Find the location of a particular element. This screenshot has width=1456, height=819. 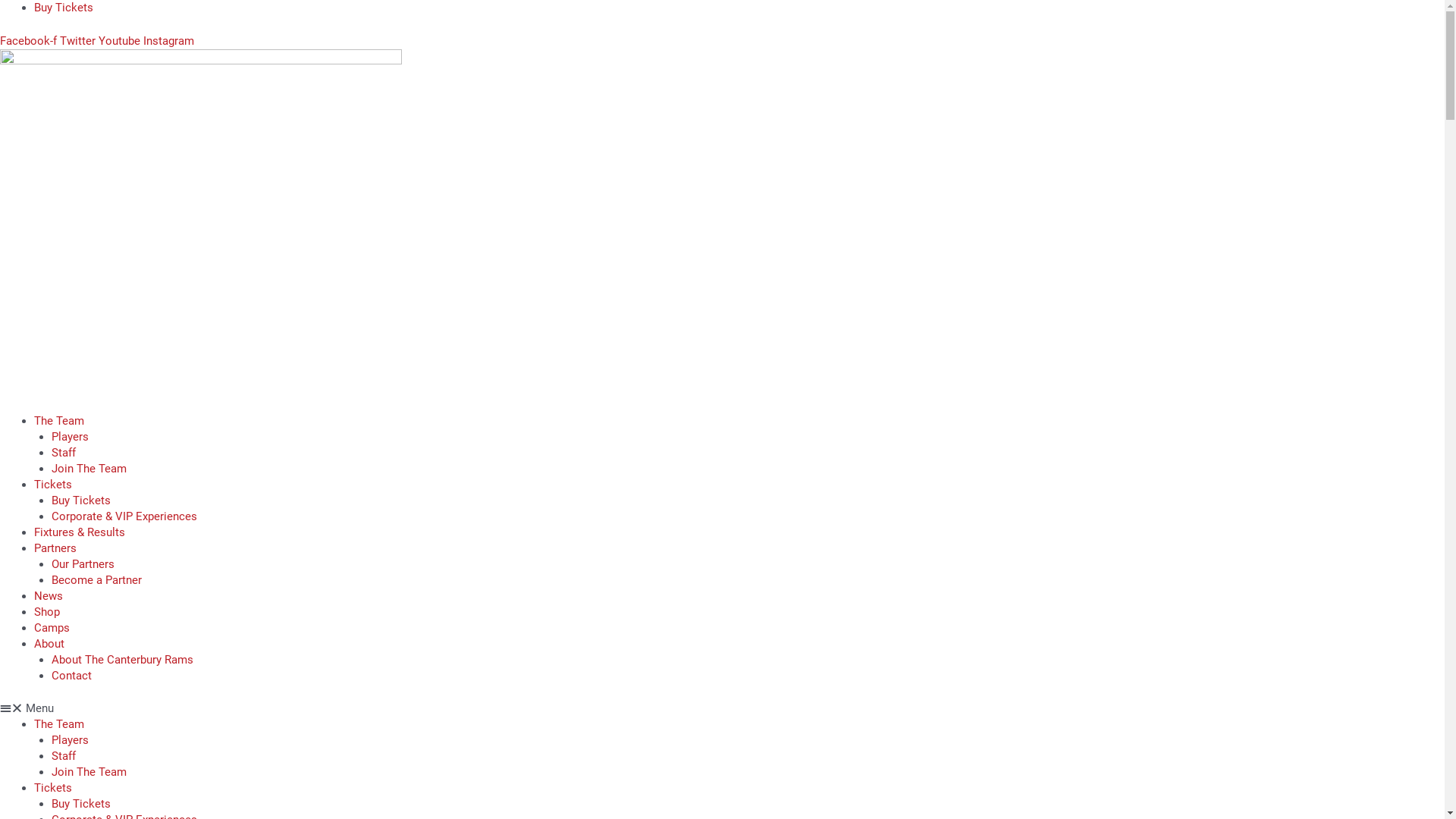

'Facebook-f' is located at coordinates (0, 39).